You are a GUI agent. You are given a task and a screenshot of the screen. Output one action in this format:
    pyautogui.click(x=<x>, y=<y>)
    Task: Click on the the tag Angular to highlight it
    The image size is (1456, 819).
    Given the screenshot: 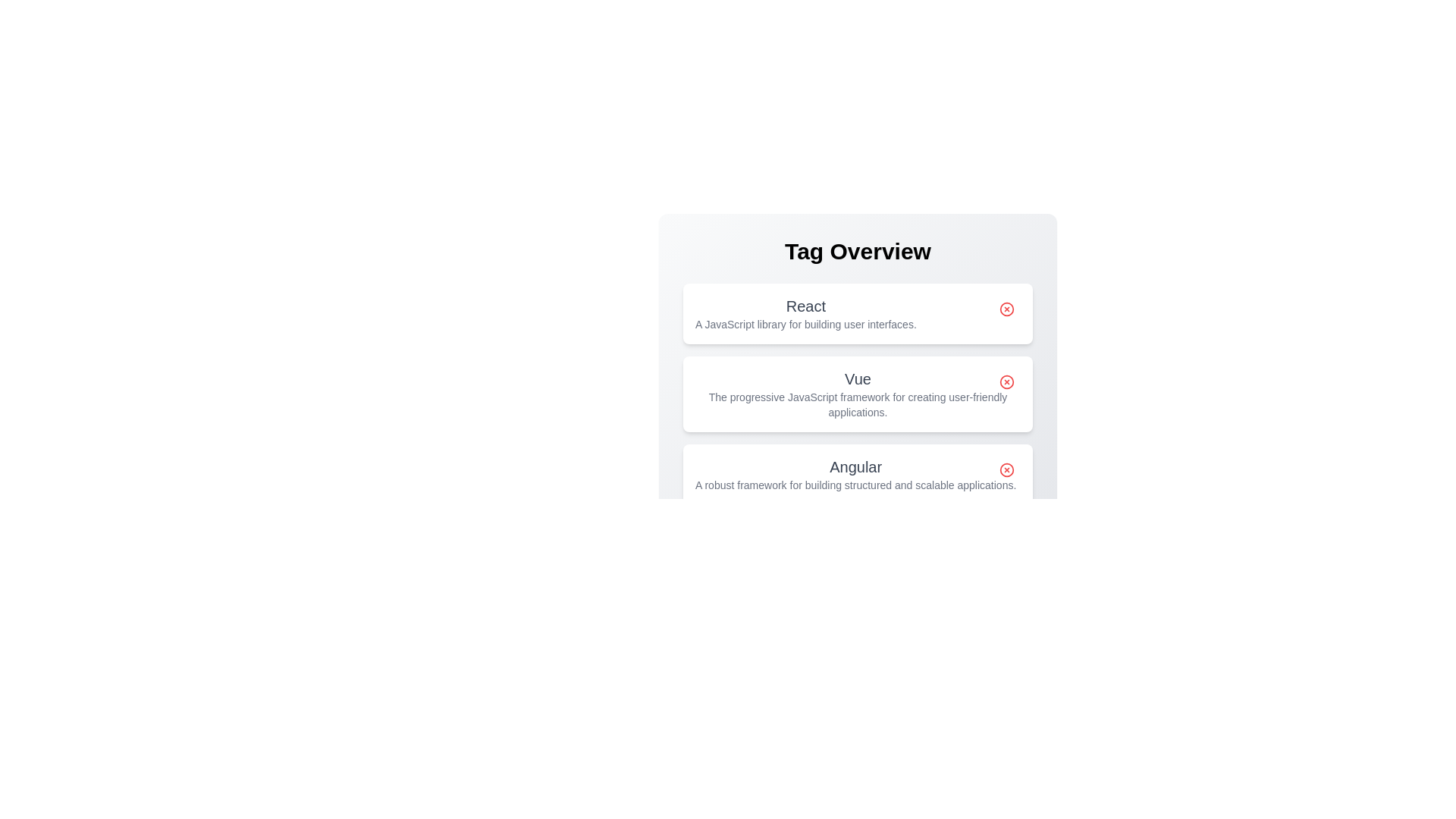 What is the action you would take?
    pyautogui.click(x=855, y=473)
    